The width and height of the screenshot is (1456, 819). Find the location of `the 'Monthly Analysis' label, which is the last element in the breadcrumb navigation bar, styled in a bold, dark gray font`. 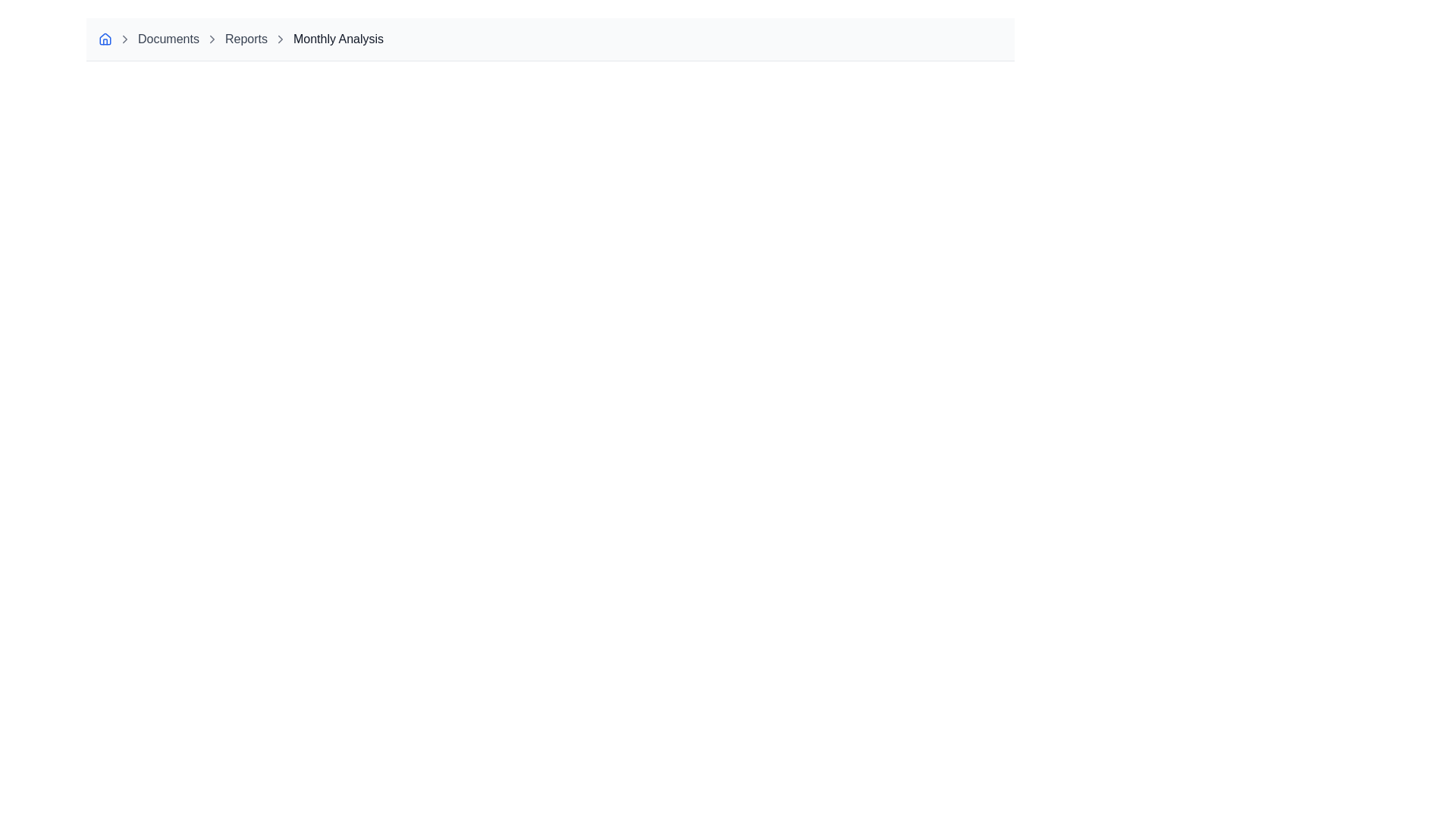

the 'Monthly Analysis' label, which is the last element in the breadcrumb navigation bar, styled in a bold, dark gray font is located at coordinates (337, 38).